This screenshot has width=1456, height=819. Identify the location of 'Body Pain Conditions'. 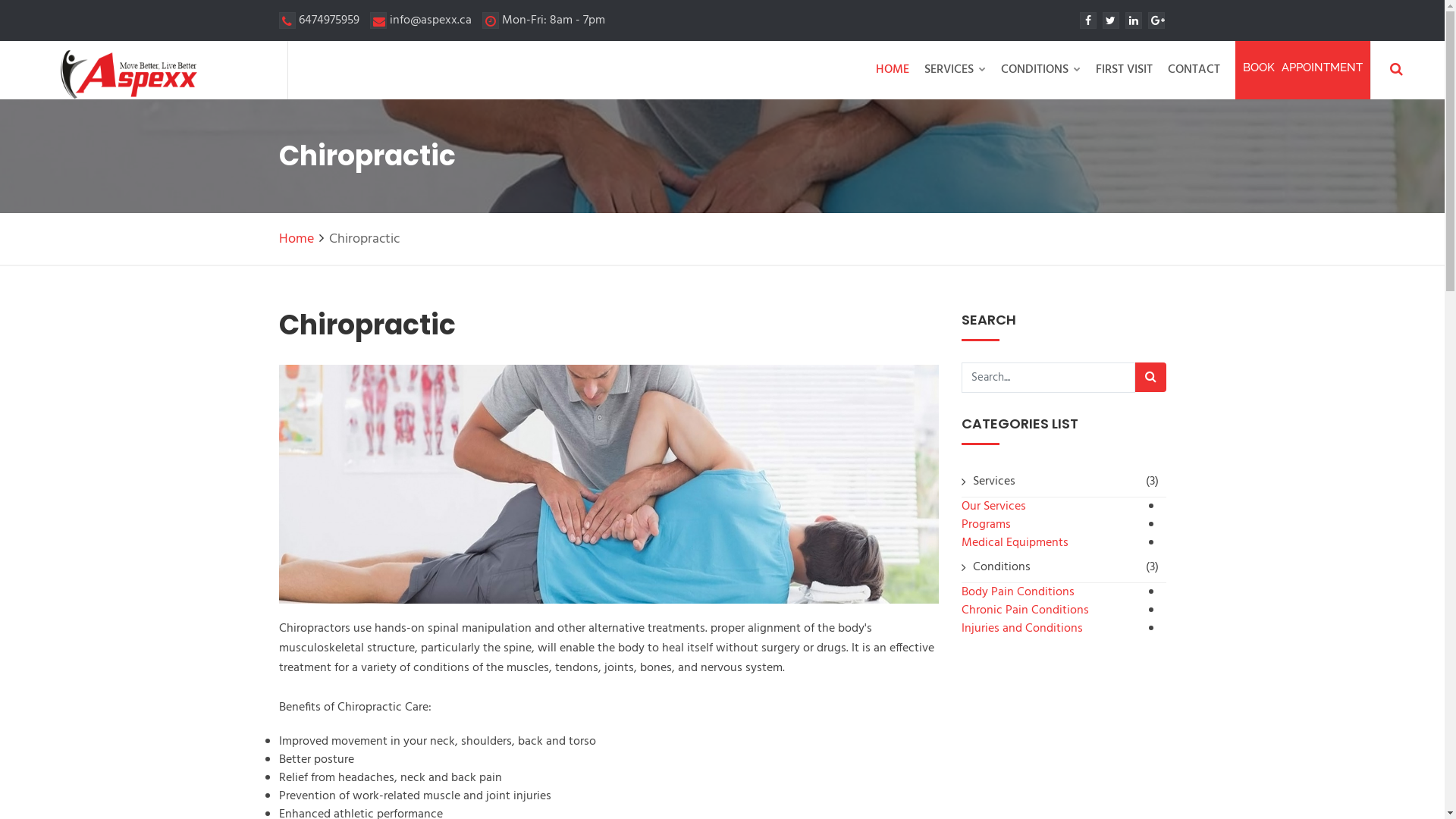
(1018, 591).